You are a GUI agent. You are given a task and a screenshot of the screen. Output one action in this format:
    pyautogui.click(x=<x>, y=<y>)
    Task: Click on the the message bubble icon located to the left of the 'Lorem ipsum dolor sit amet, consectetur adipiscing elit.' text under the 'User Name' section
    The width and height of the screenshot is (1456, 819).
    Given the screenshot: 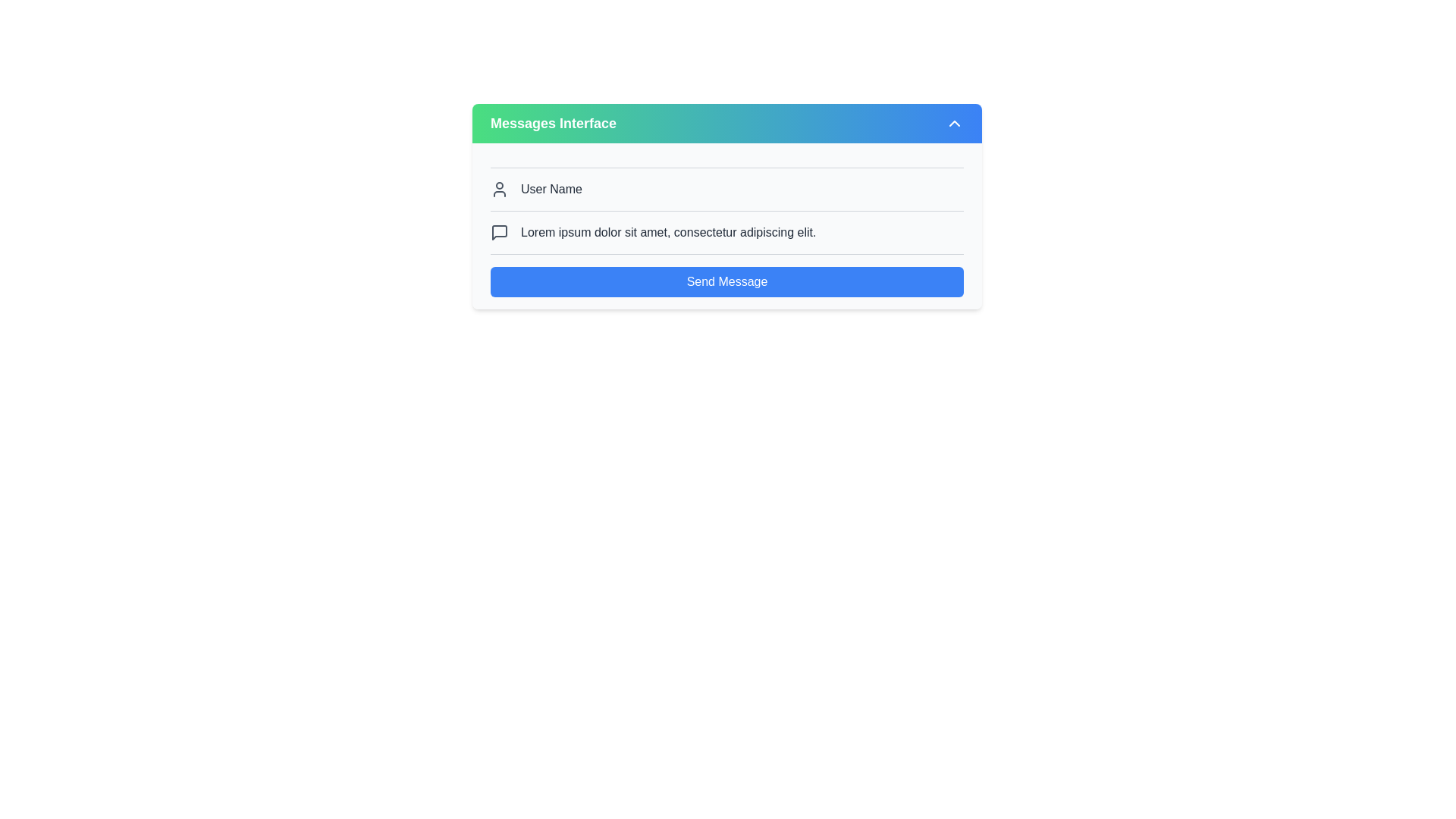 What is the action you would take?
    pyautogui.click(x=499, y=233)
    